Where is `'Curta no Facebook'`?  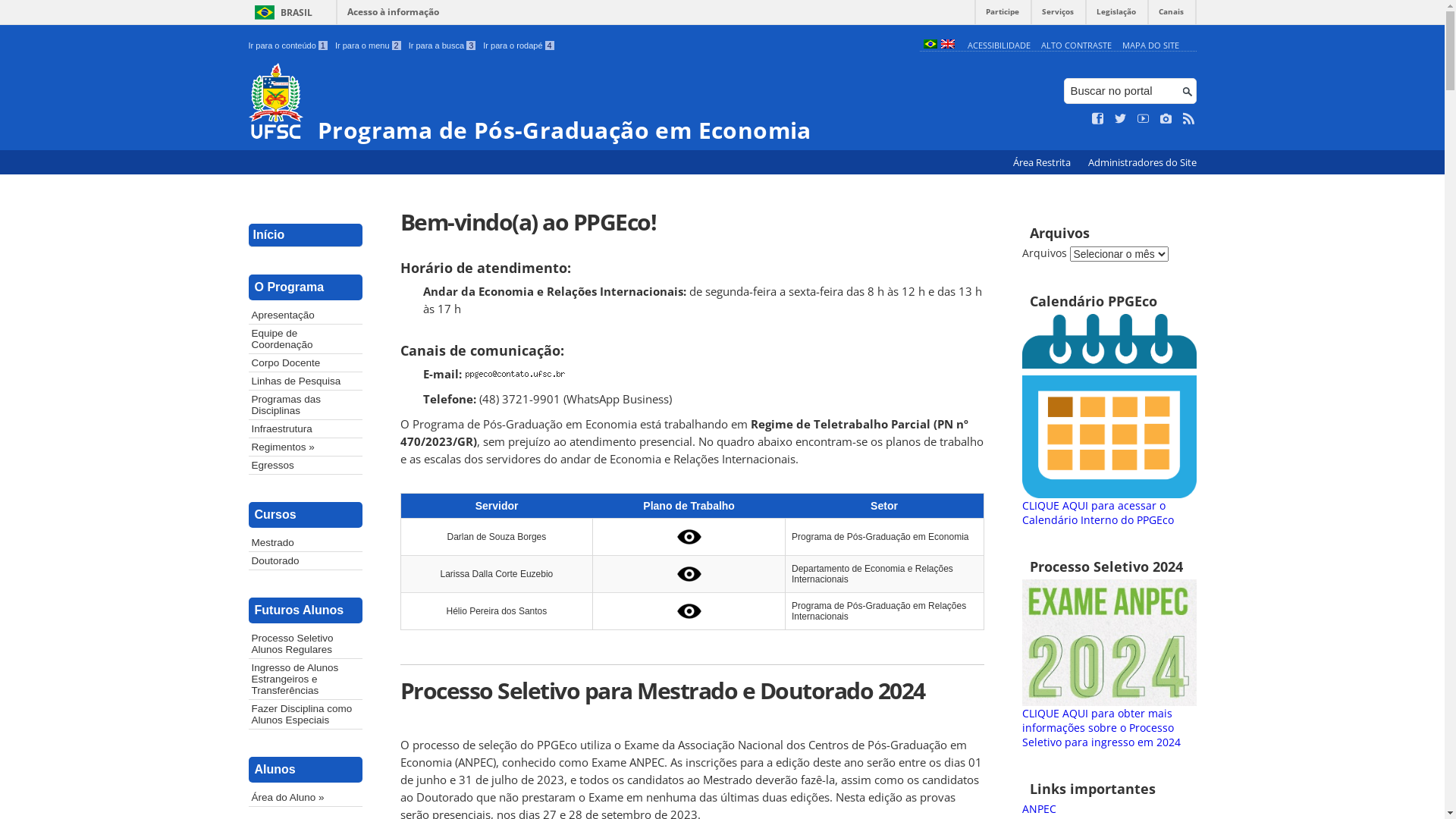
'Curta no Facebook' is located at coordinates (1098, 118).